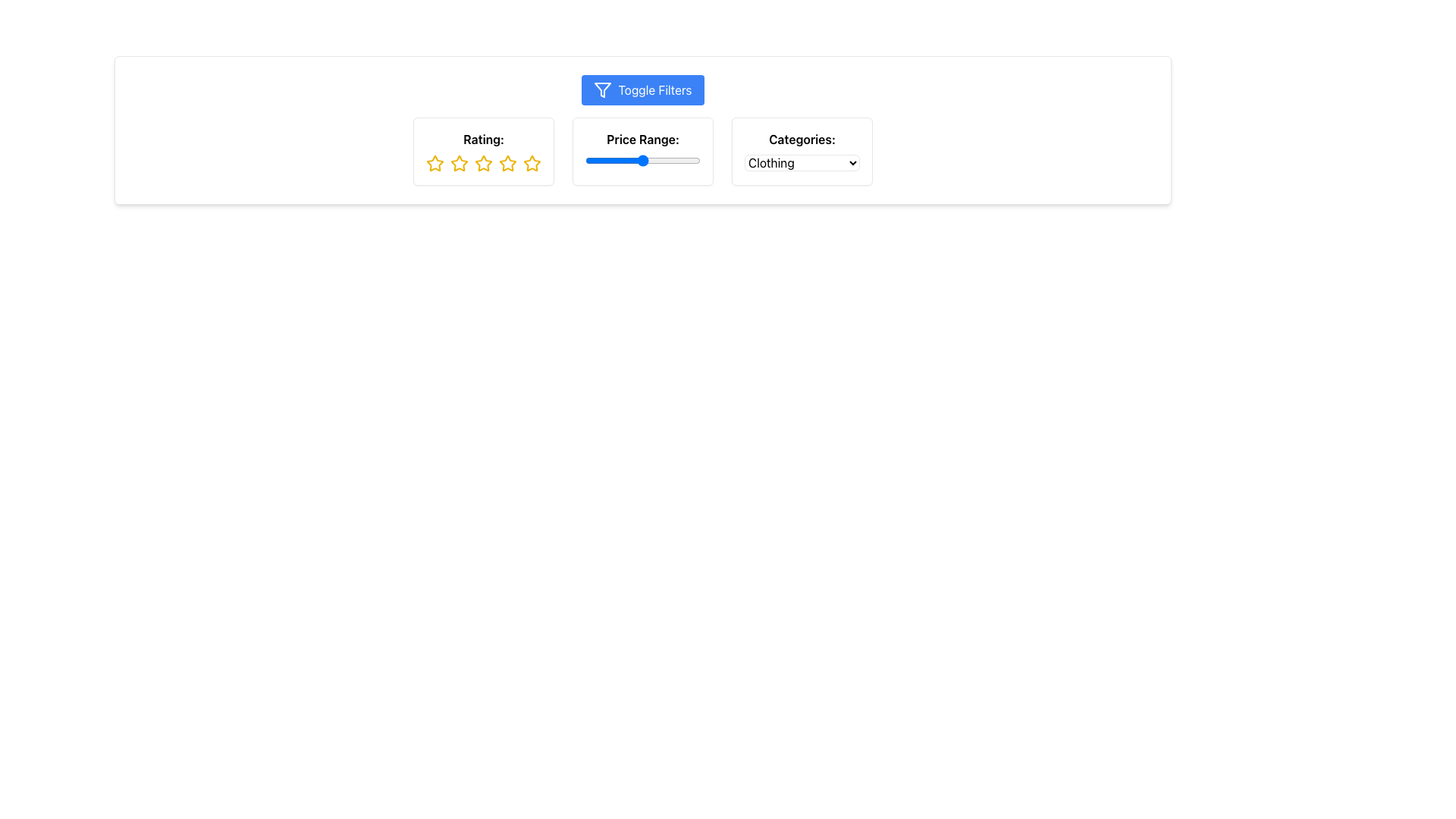  Describe the element at coordinates (615, 161) in the screenshot. I see `the price range slider` at that location.